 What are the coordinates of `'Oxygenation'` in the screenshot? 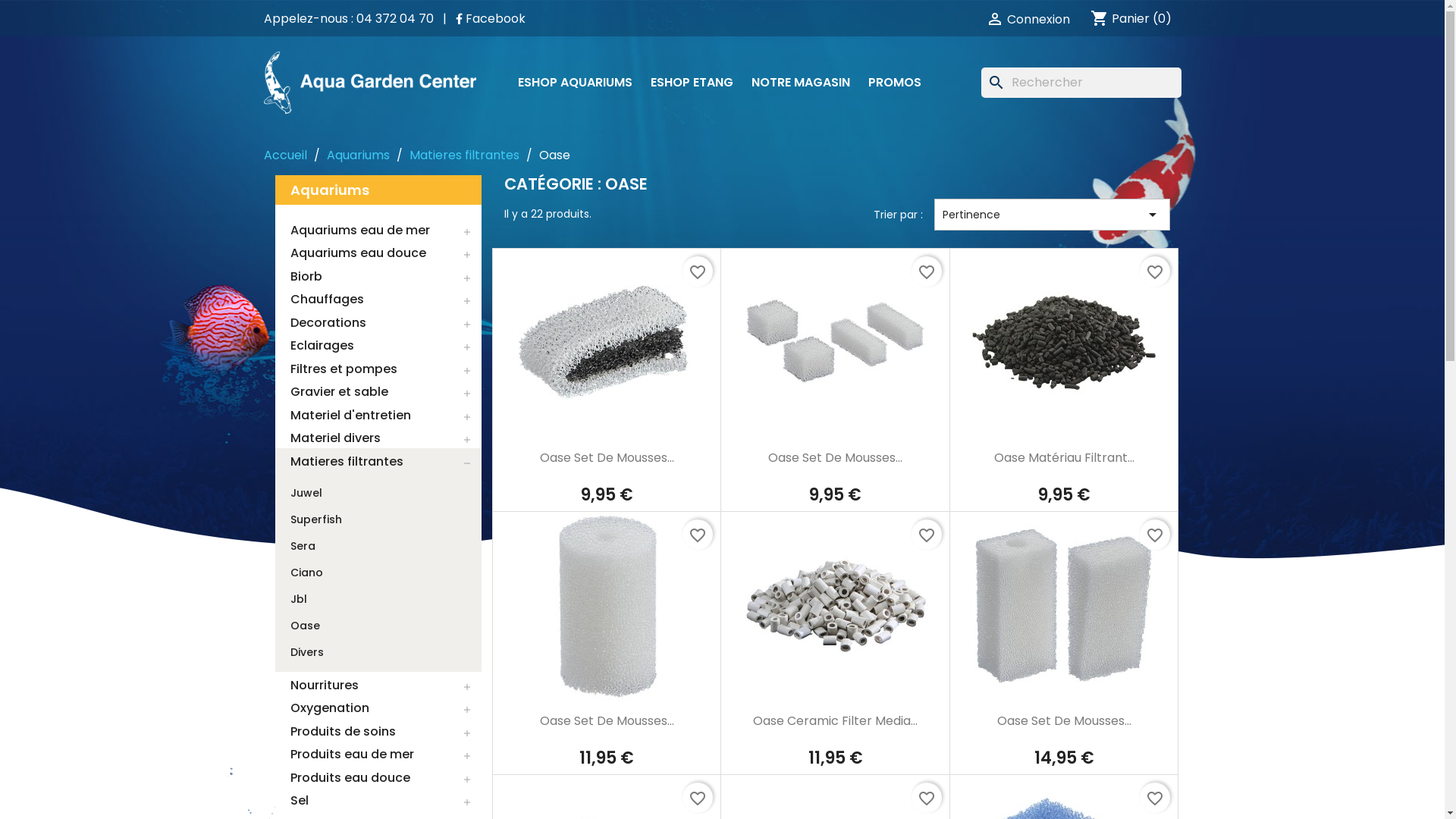 It's located at (378, 708).